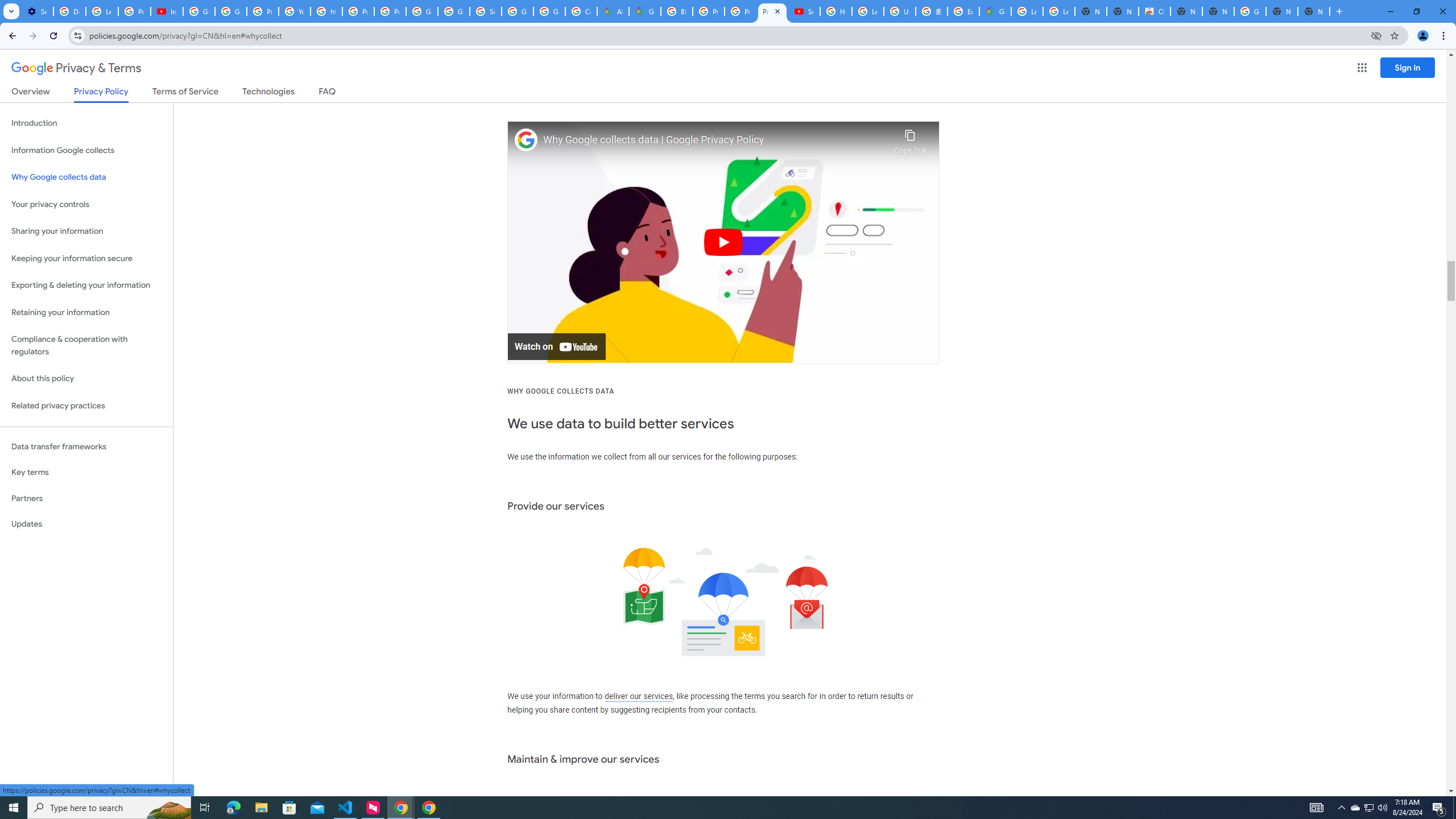  What do you see at coordinates (708, 11) in the screenshot?
I see `'Privacy Help Center - Policies Help'` at bounding box center [708, 11].